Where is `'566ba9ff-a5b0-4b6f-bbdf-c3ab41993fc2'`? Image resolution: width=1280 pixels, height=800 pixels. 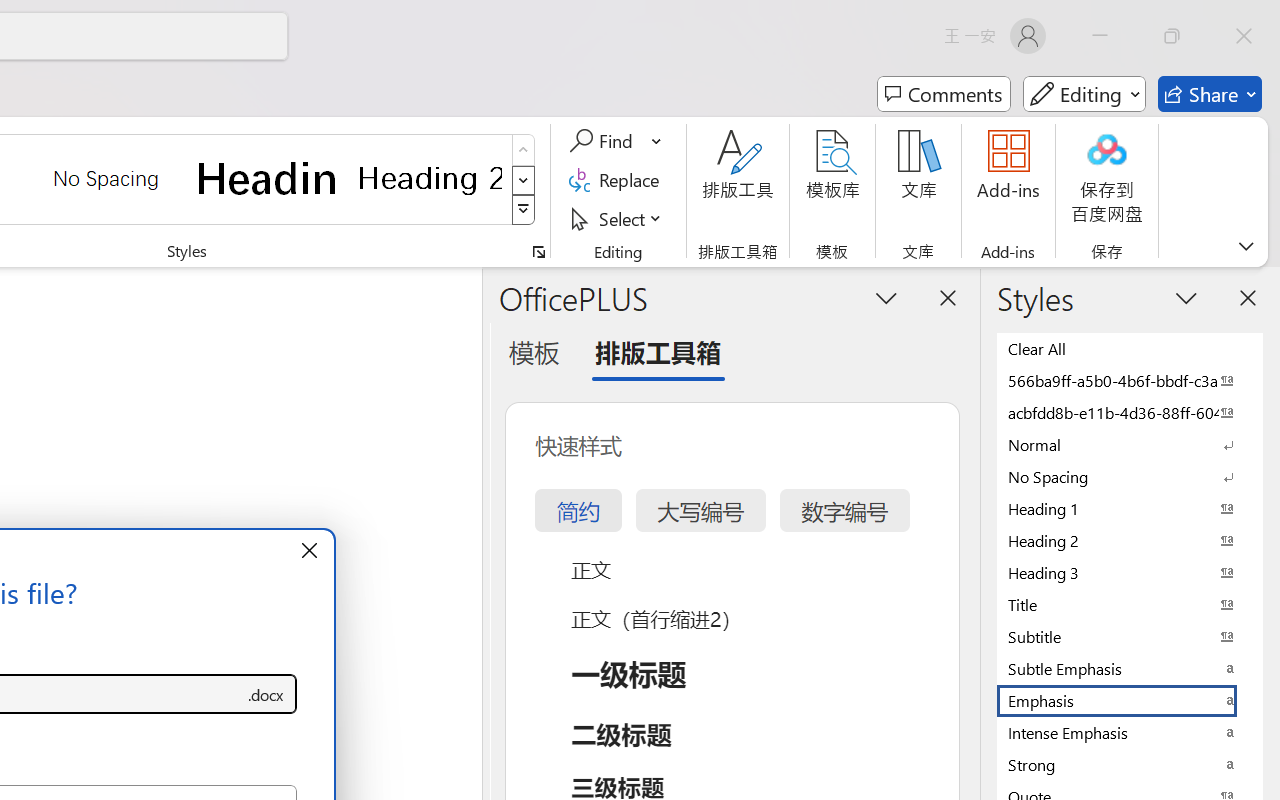
'566ba9ff-a5b0-4b6f-bbdf-c3ab41993fc2' is located at coordinates (1130, 379).